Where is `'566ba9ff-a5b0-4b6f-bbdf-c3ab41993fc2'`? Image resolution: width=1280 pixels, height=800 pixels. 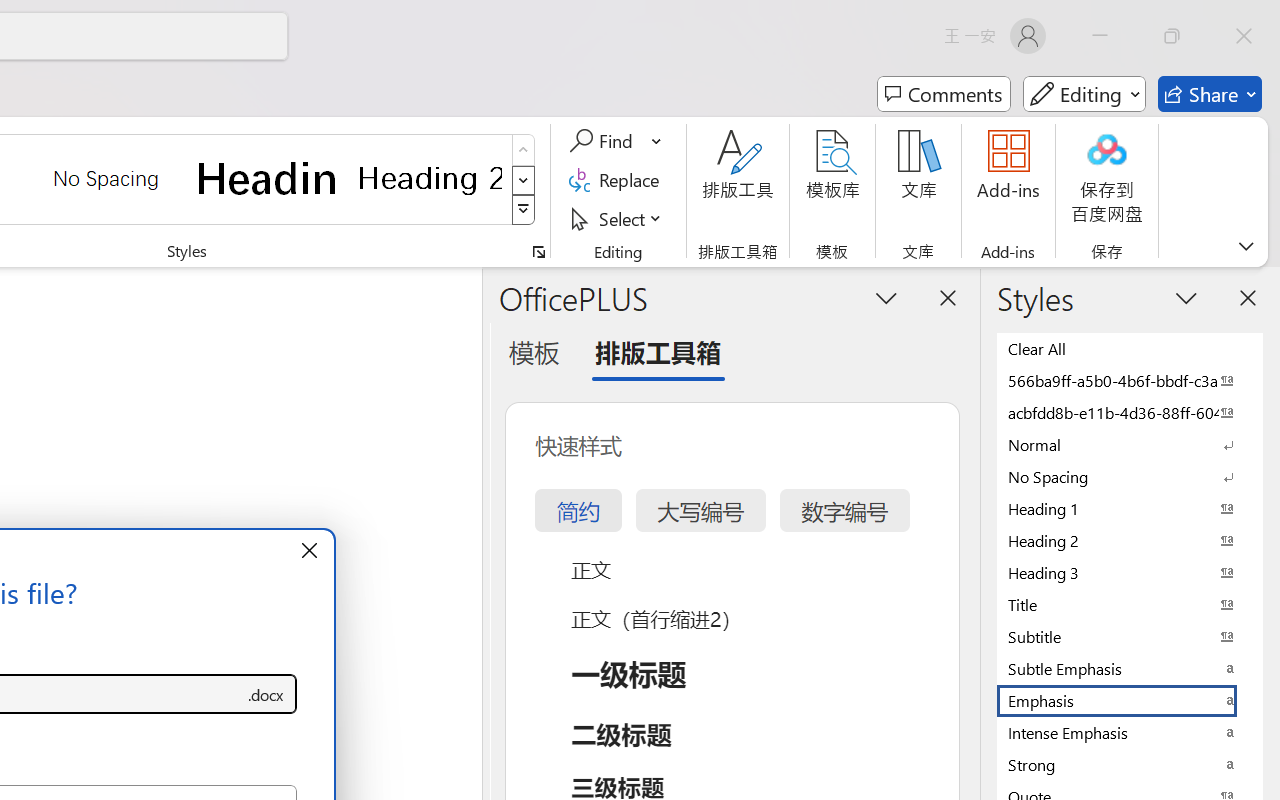
'566ba9ff-a5b0-4b6f-bbdf-c3ab41993fc2' is located at coordinates (1130, 379).